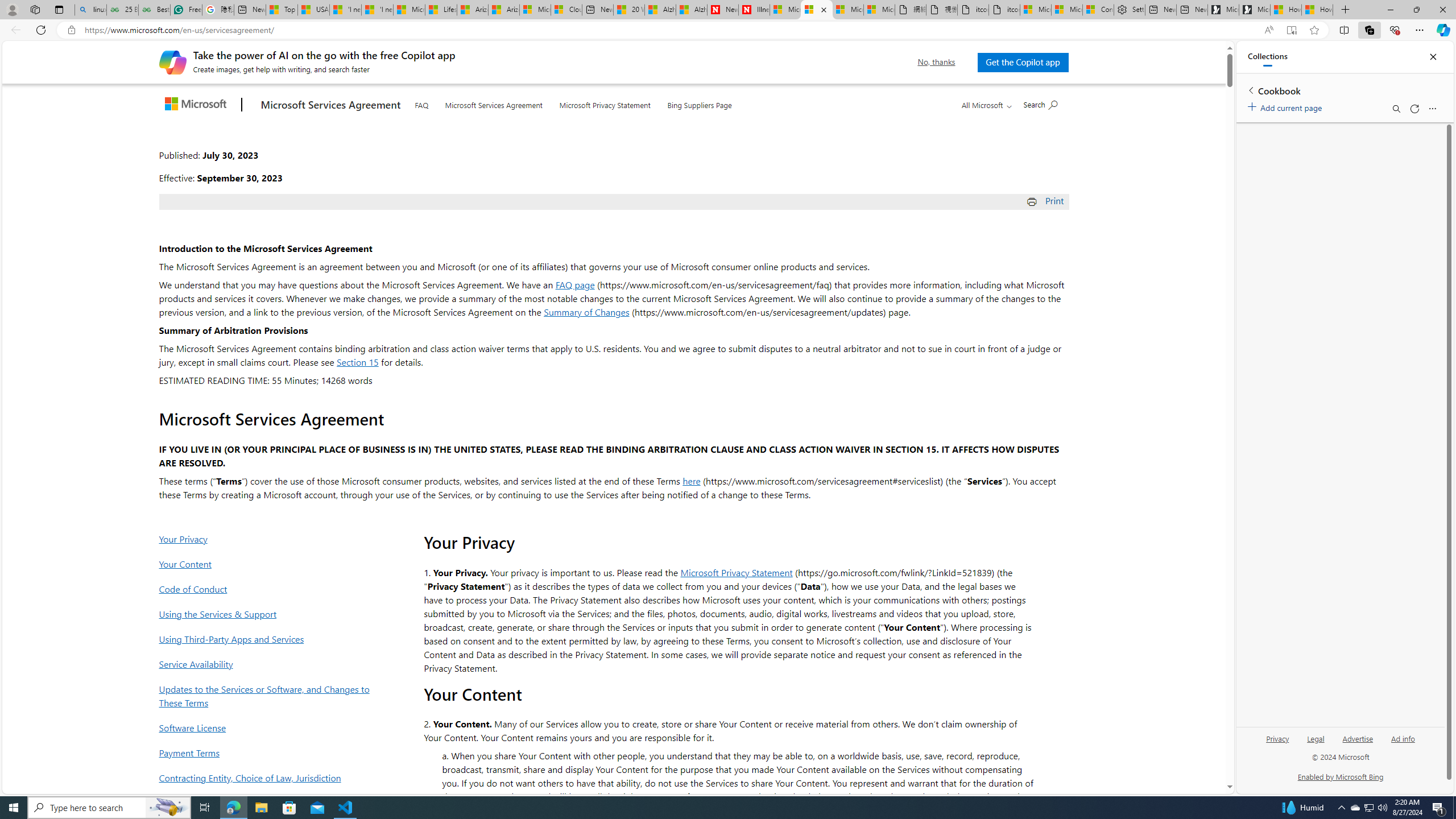  I want to click on 'More options menu', so click(1433, 109).